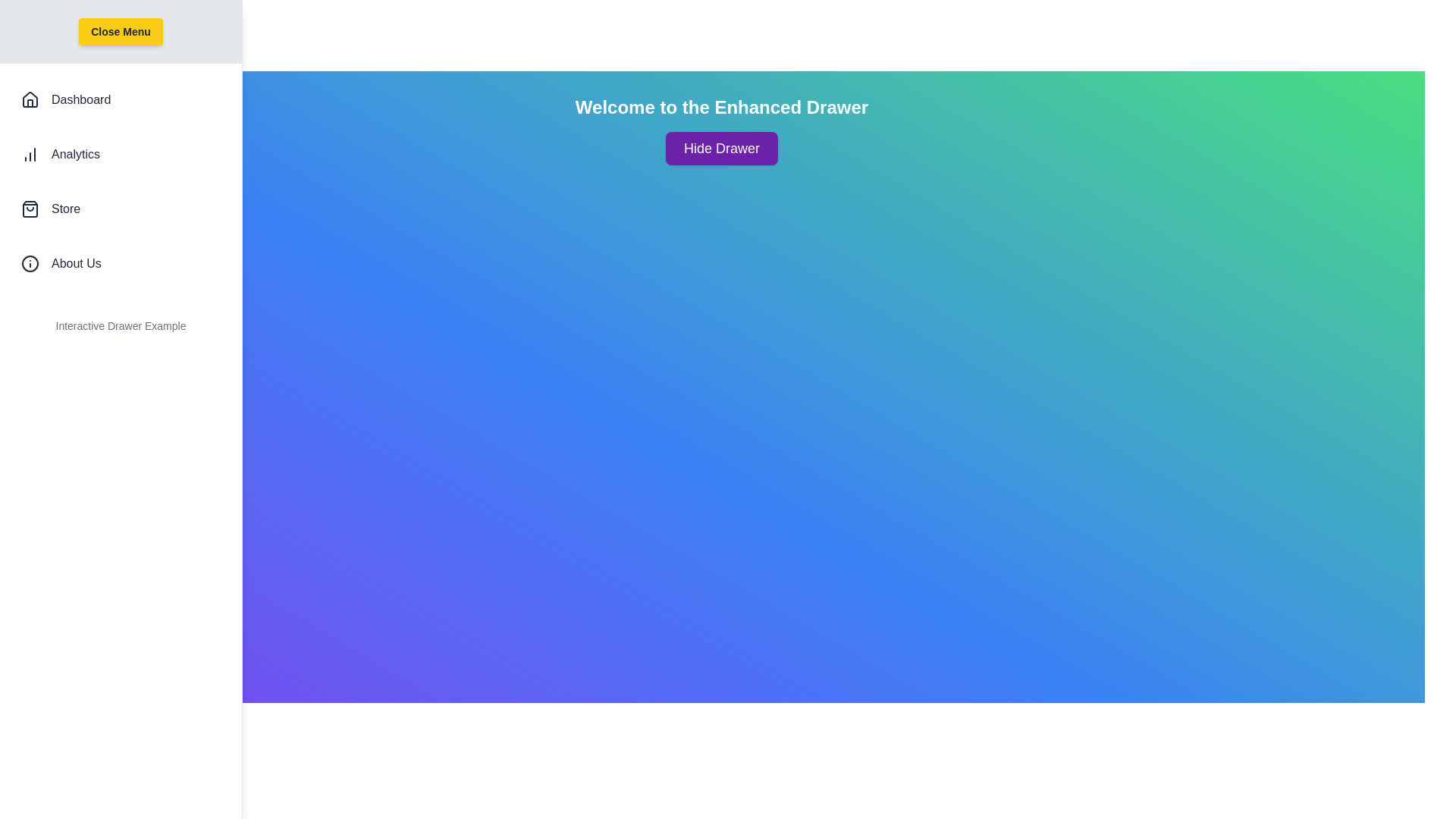 This screenshot has width=1456, height=819. I want to click on the 'Store' list item to navigate to the Store section, so click(120, 209).